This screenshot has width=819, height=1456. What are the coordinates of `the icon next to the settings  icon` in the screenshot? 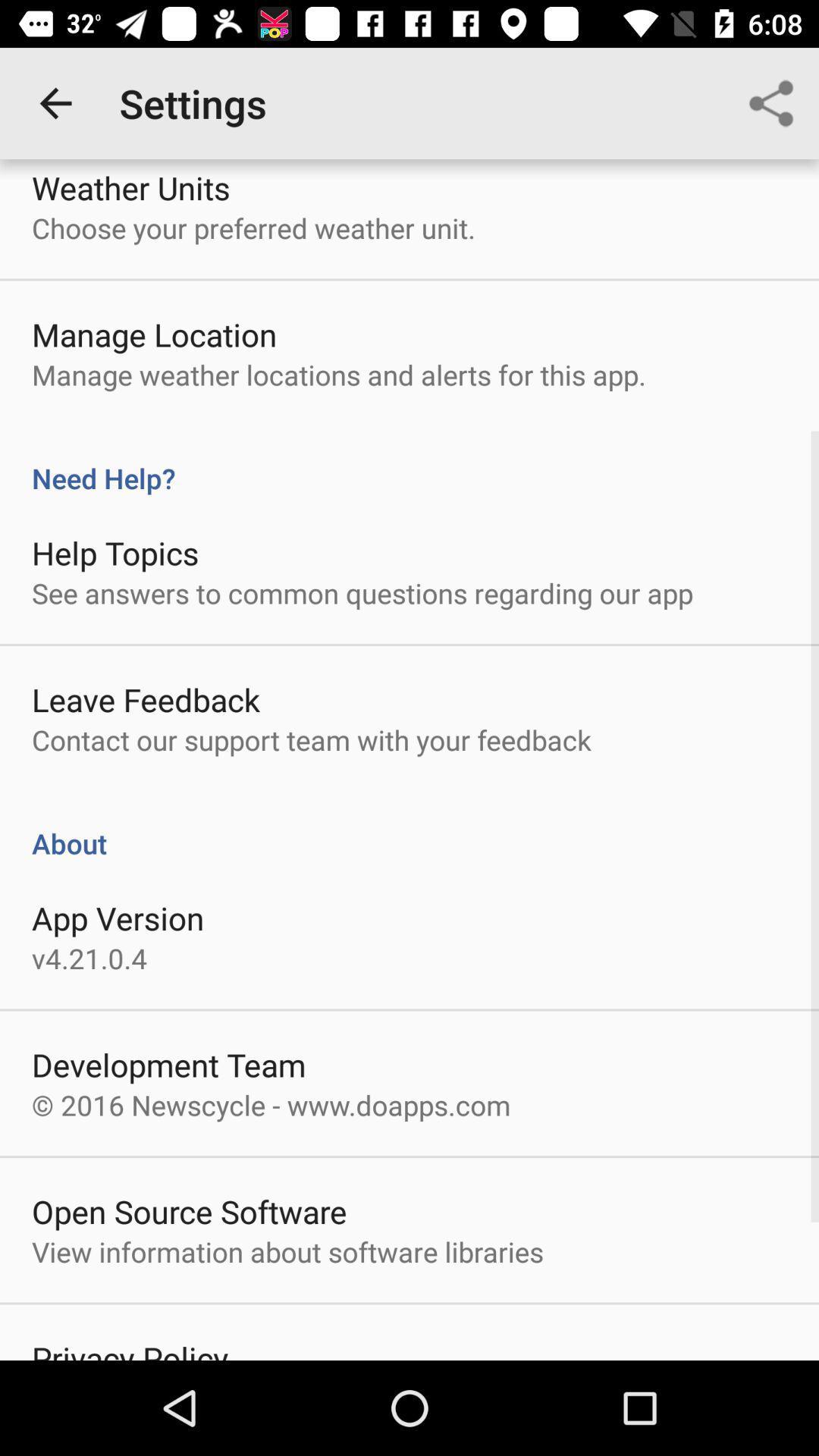 It's located at (55, 102).